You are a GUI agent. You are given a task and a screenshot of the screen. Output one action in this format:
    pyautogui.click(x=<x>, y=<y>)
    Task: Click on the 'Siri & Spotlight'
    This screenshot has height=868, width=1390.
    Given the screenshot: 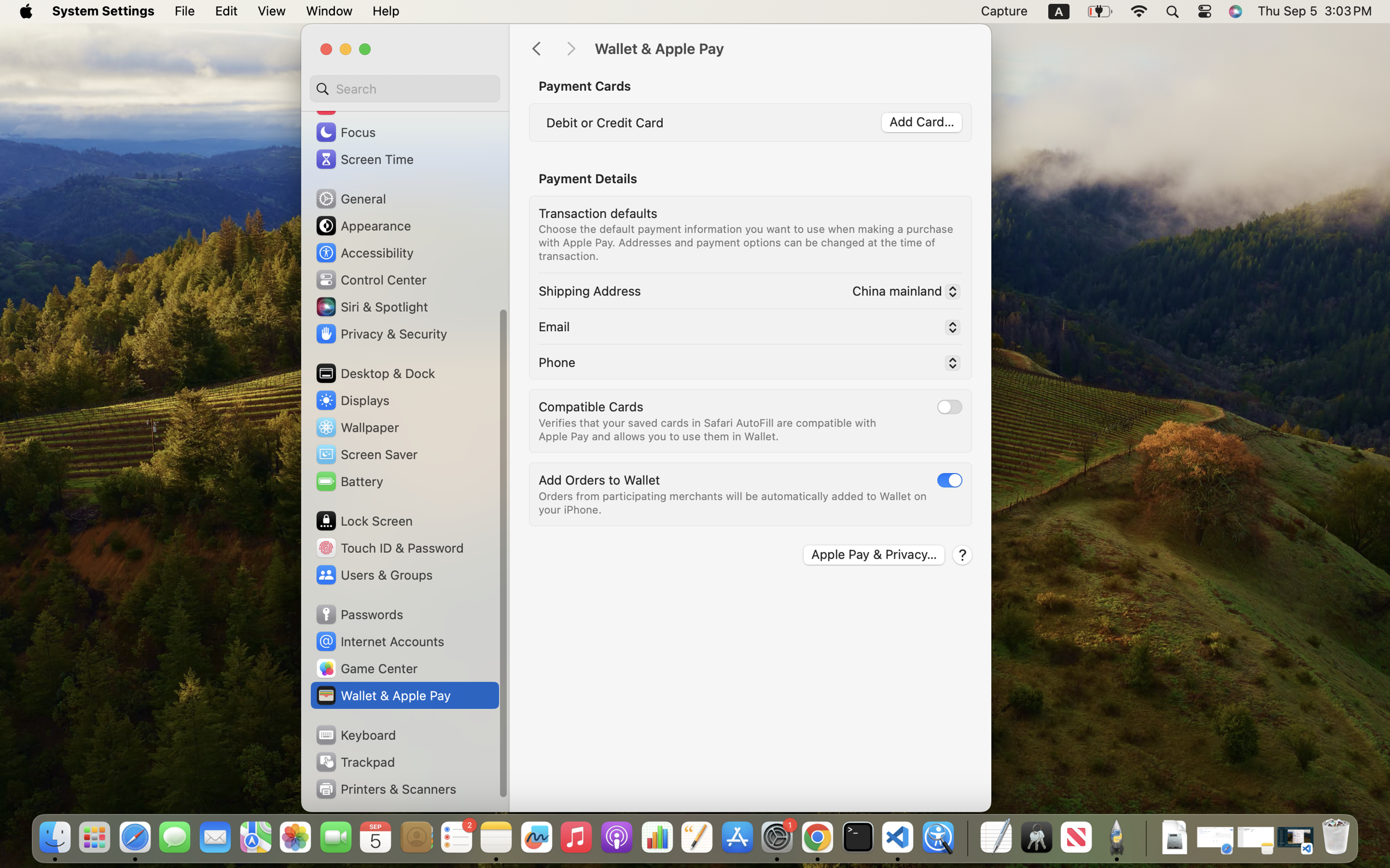 What is the action you would take?
    pyautogui.click(x=370, y=305)
    